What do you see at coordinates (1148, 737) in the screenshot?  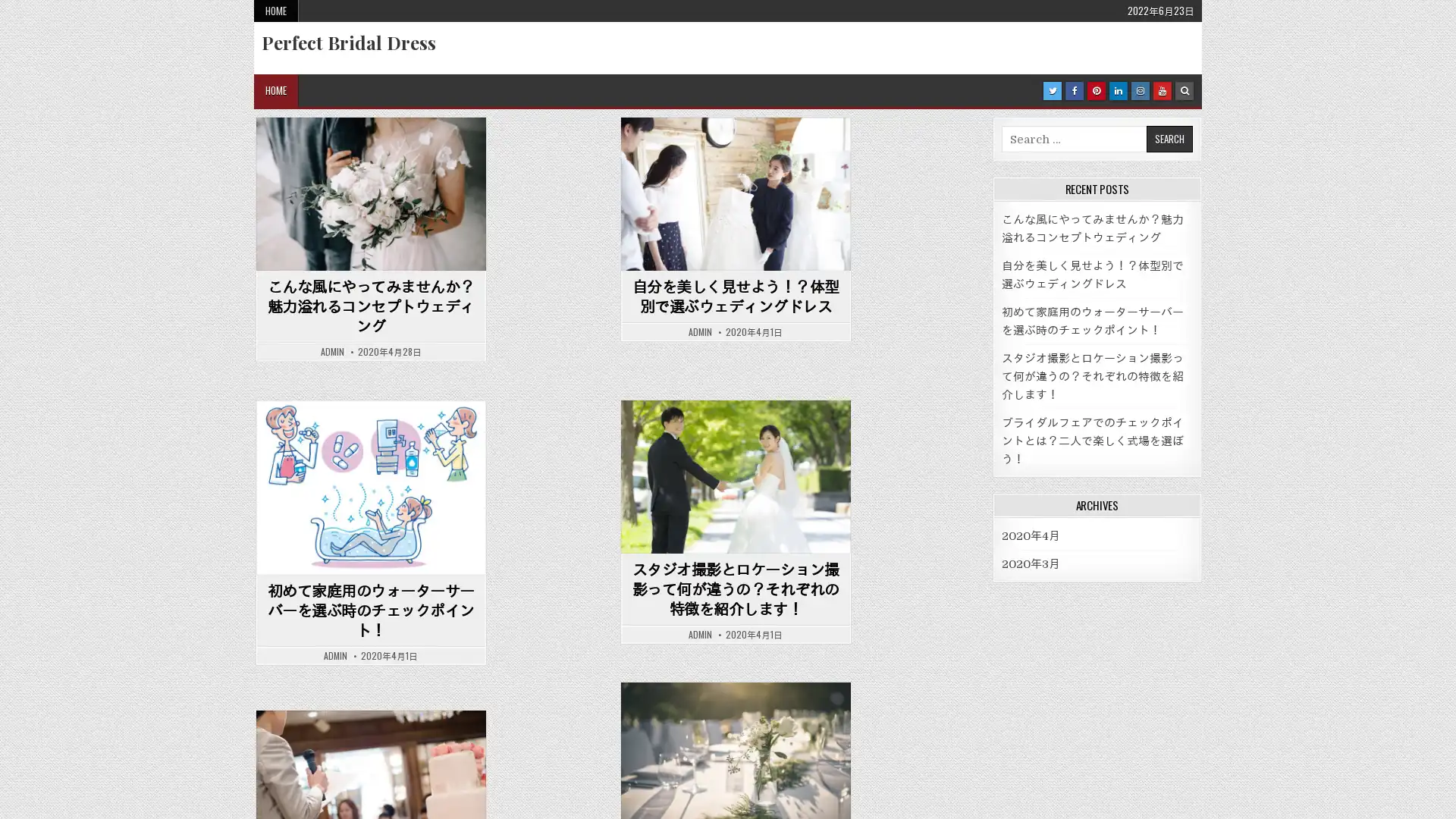 I see `Search` at bounding box center [1148, 737].